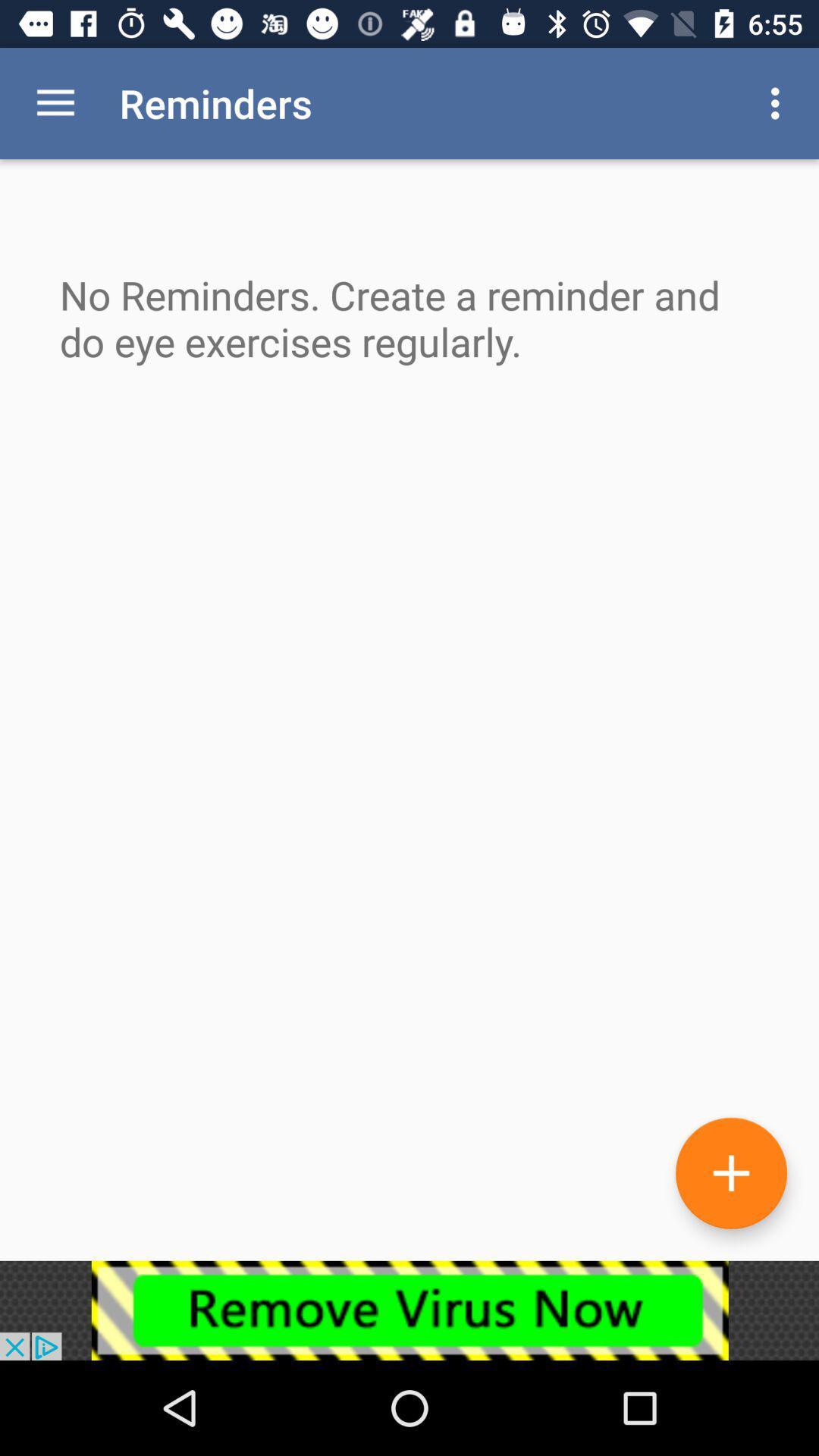  I want to click on open advertisement, so click(409, 1310).